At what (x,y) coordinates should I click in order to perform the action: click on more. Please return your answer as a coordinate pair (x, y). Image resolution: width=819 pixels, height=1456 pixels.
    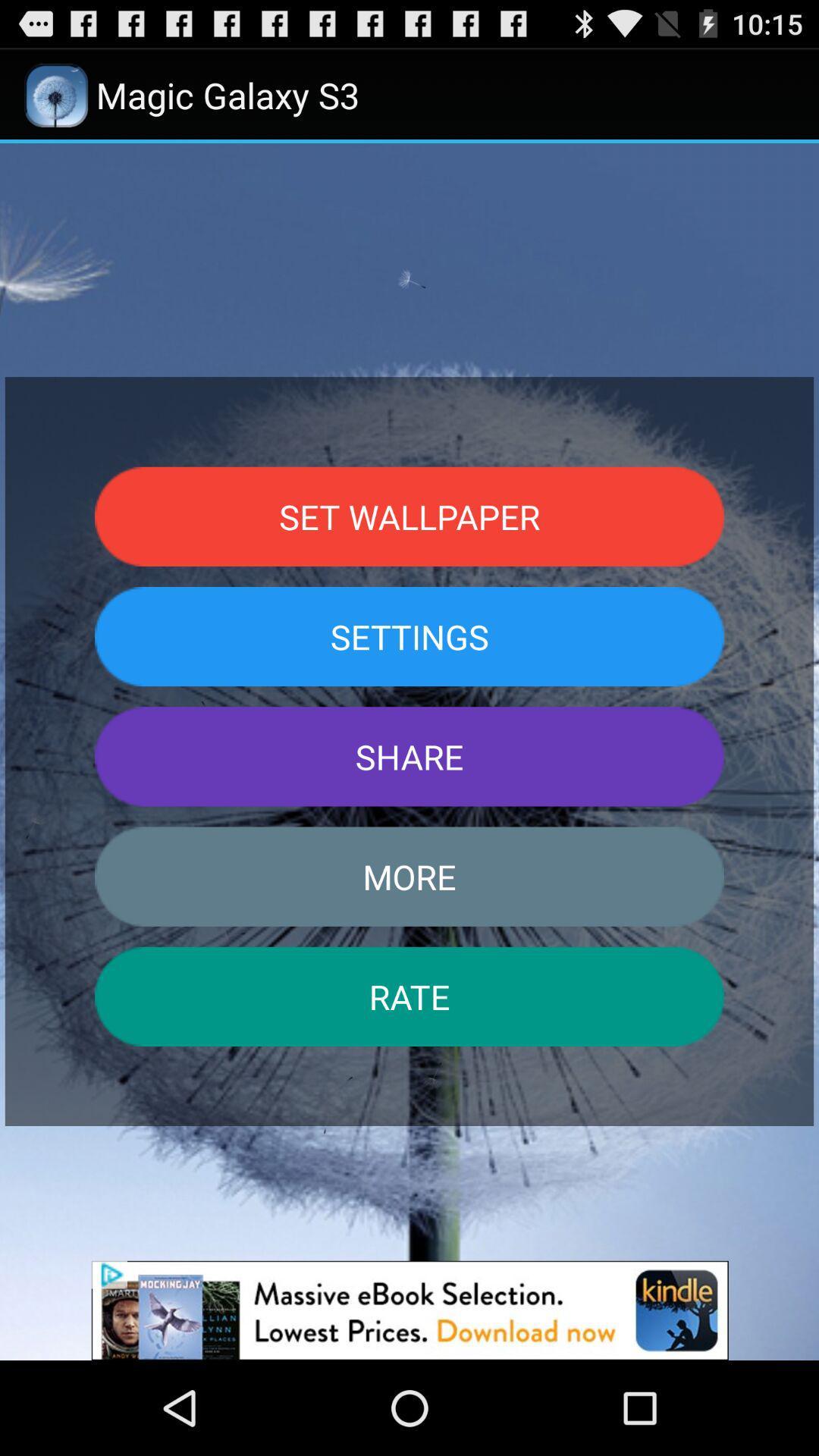
    Looking at the image, I should click on (409, 877).